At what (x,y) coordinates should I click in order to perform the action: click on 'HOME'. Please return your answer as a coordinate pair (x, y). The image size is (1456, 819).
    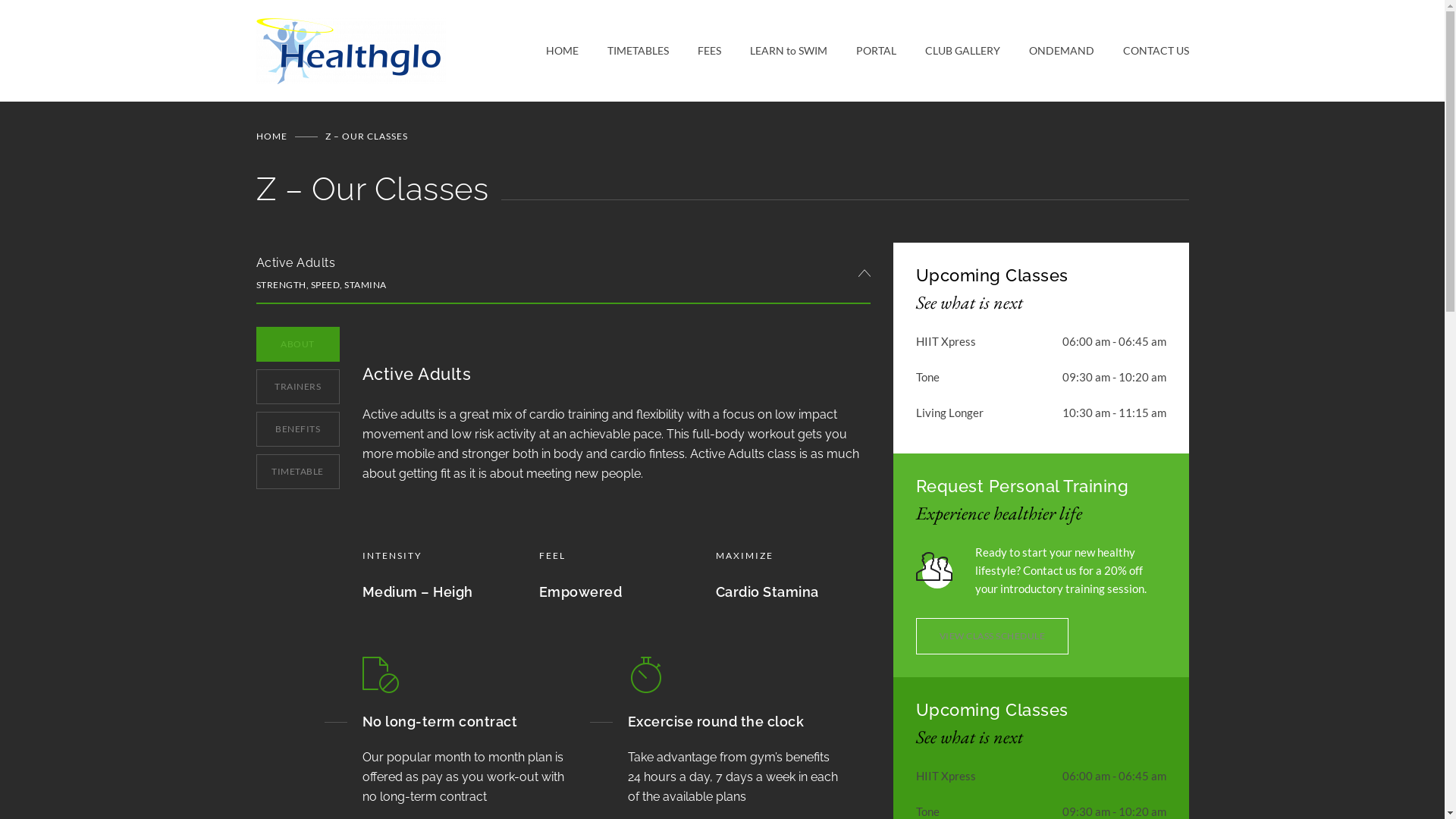
    Looking at the image, I should click on (561, 49).